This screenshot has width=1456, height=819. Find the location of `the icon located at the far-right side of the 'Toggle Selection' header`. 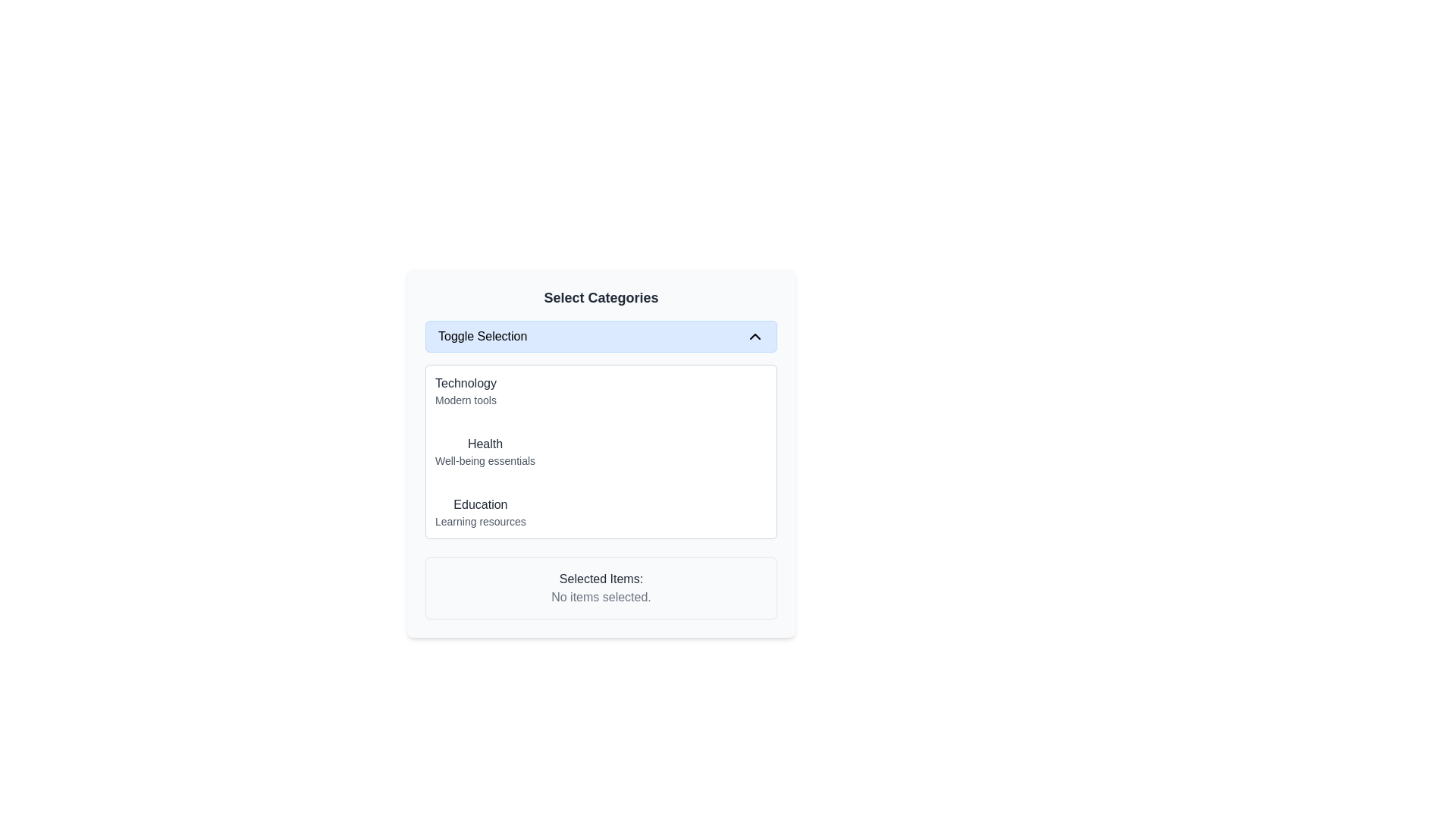

the icon located at the far-right side of the 'Toggle Selection' header is located at coordinates (755, 335).